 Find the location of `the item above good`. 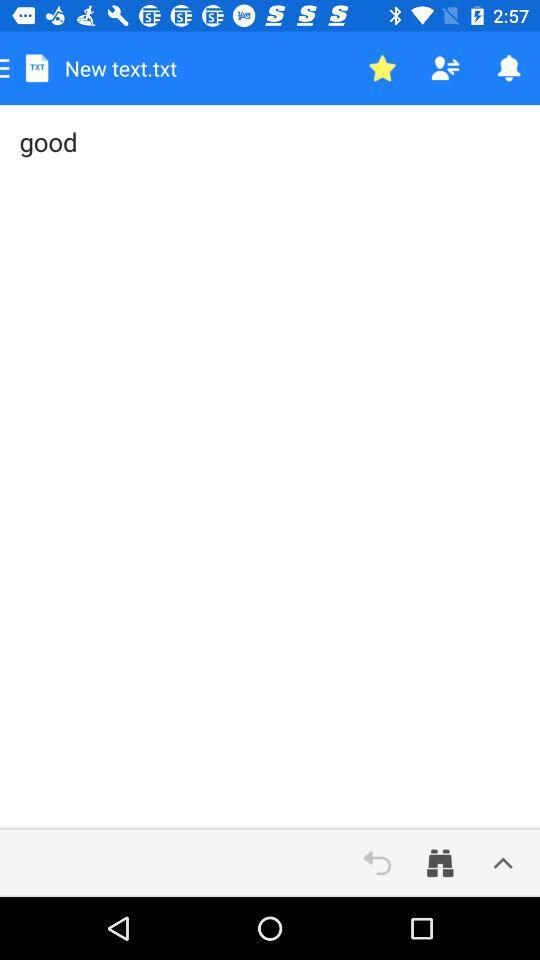

the item above good is located at coordinates (382, 68).